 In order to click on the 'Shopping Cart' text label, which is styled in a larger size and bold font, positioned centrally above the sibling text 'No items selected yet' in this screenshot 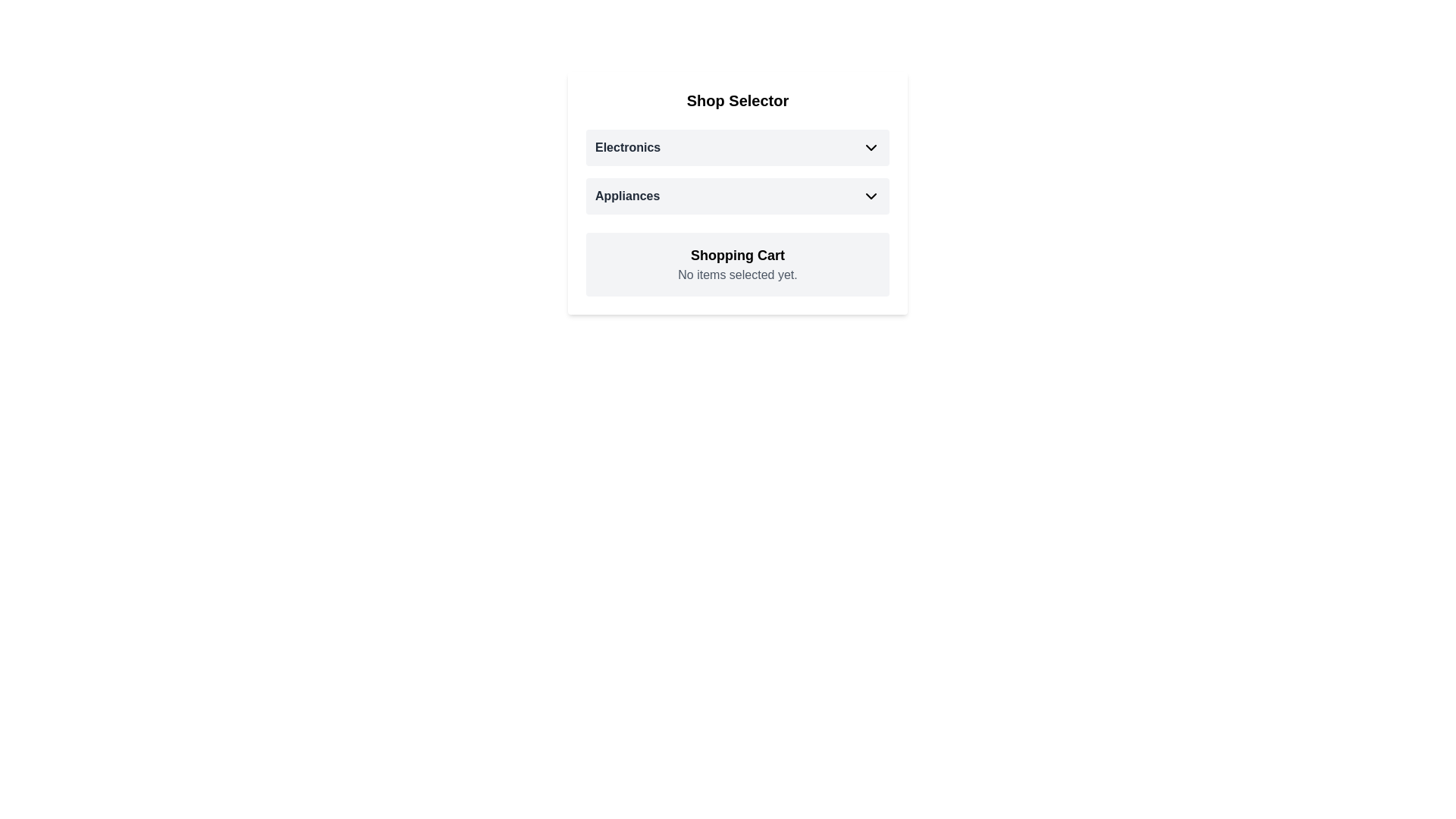, I will do `click(738, 254)`.